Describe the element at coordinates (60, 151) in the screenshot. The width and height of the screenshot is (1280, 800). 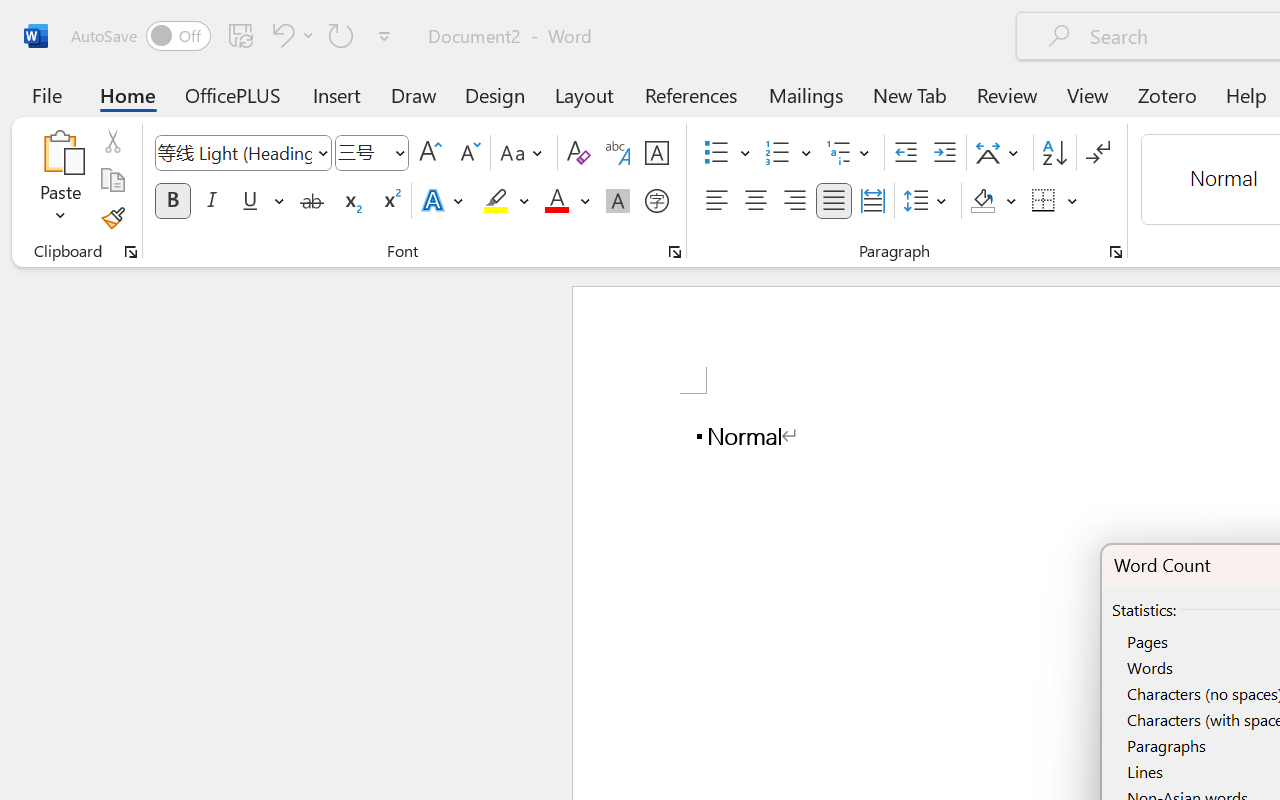
I see `'Paste'` at that location.